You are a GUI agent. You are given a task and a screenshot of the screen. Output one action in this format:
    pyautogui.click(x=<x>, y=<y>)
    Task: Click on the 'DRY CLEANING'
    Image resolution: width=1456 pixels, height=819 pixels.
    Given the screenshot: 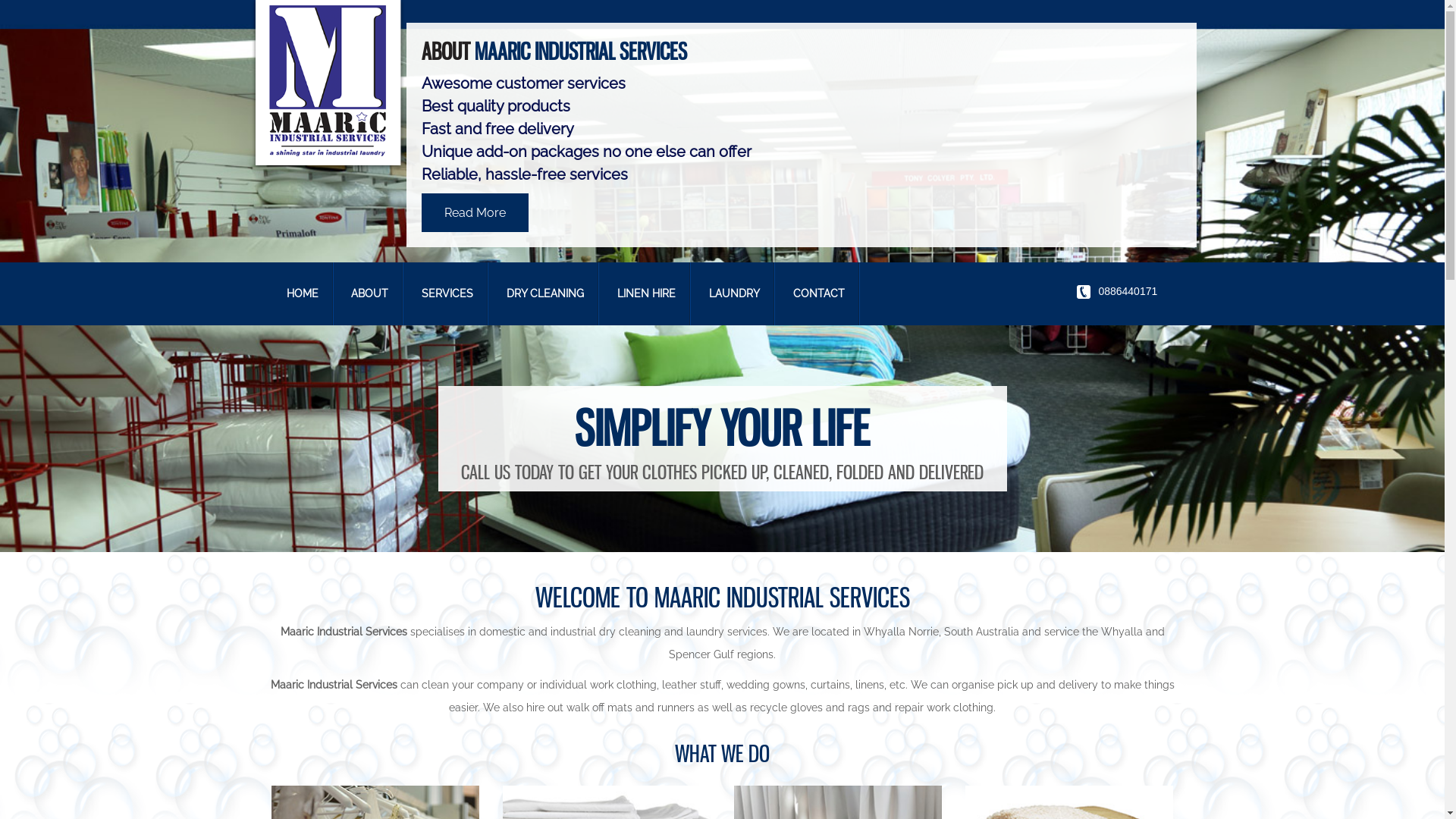 What is the action you would take?
    pyautogui.click(x=545, y=293)
    